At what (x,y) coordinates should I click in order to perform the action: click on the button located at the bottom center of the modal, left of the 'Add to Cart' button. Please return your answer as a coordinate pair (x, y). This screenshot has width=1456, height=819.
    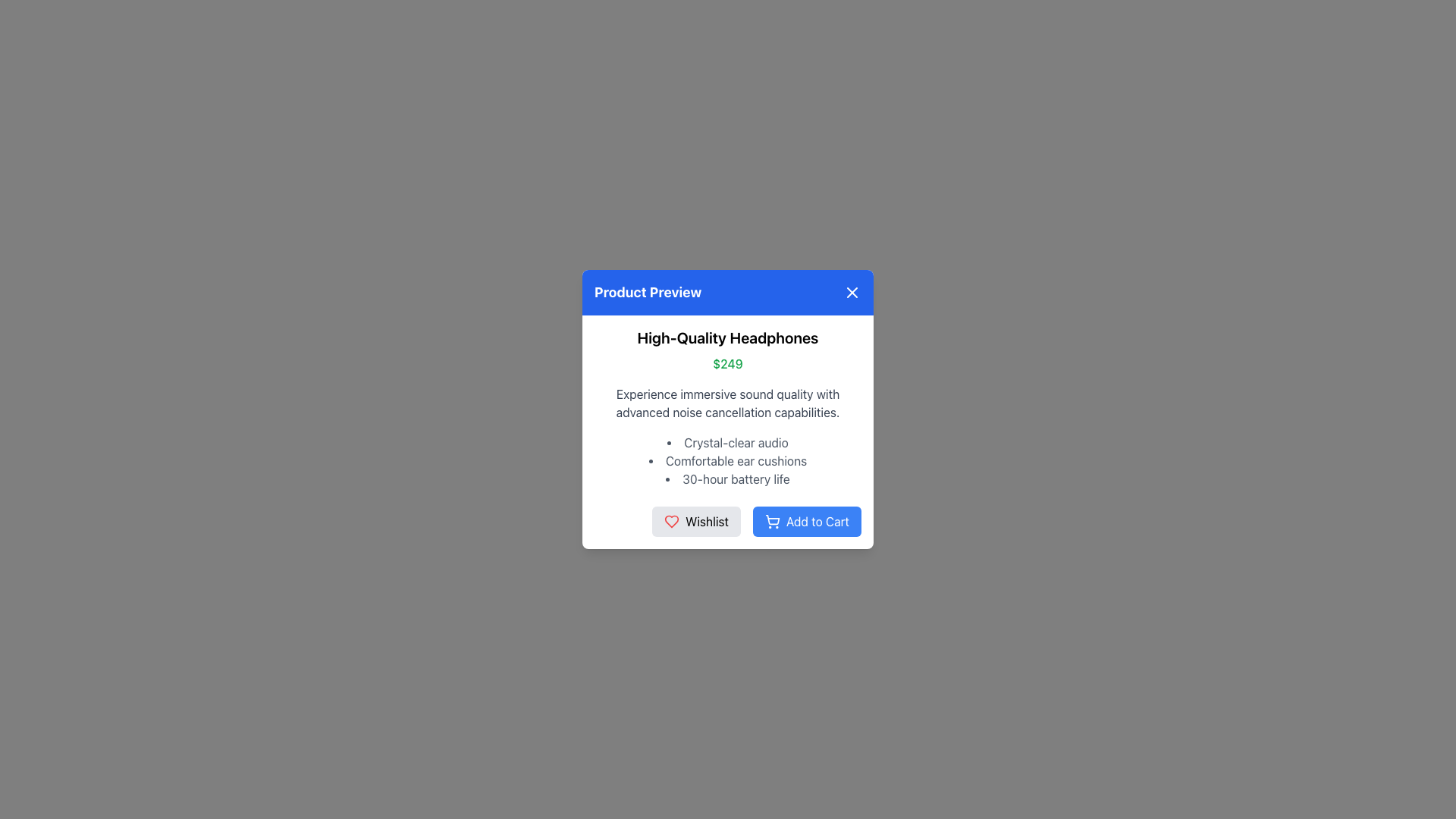
    Looking at the image, I should click on (695, 520).